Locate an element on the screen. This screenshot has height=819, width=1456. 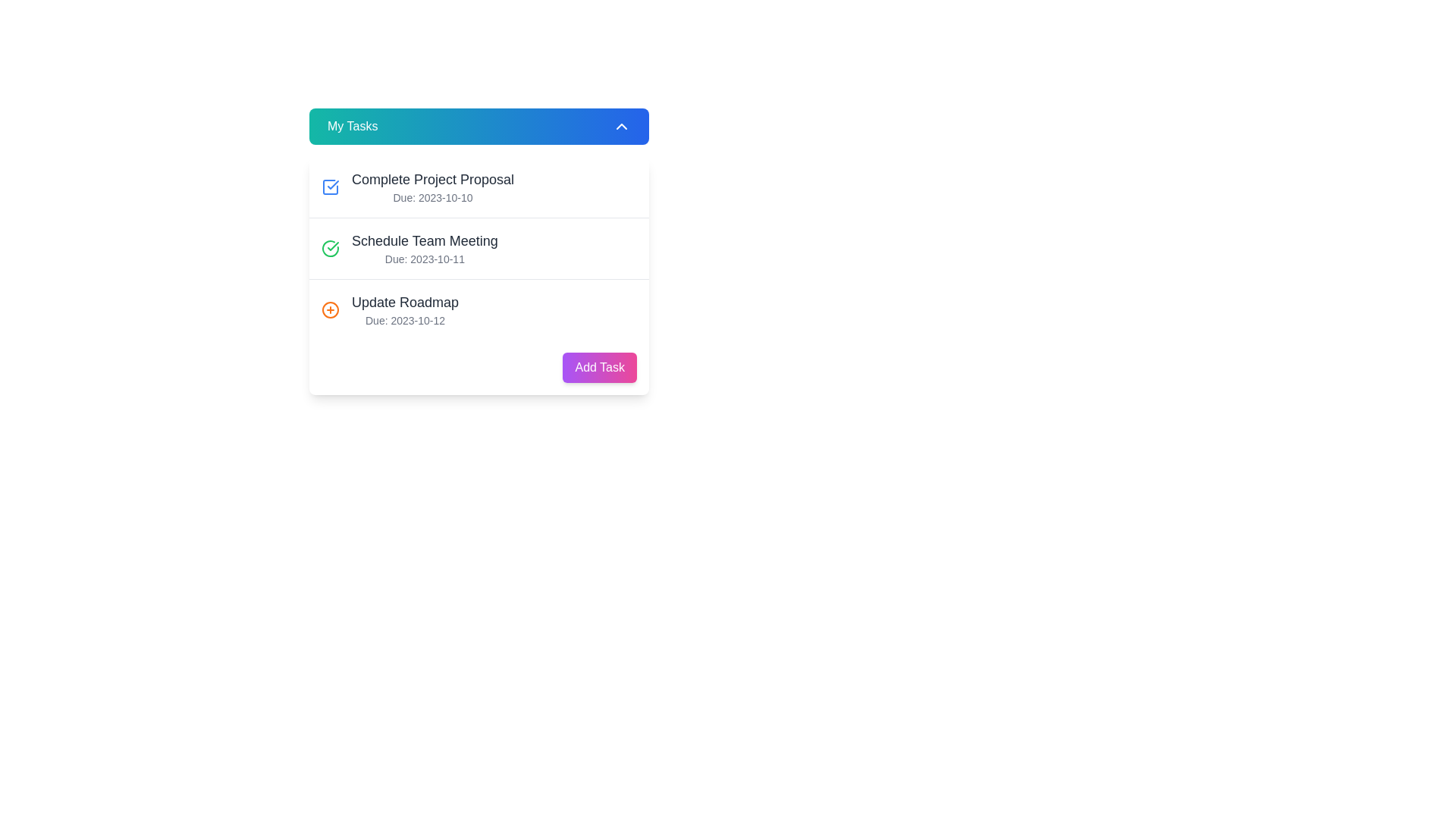
the green circular icon with a checkmark next to the text 'Complete Project Proposal' at the top of the task list is located at coordinates (332, 245).